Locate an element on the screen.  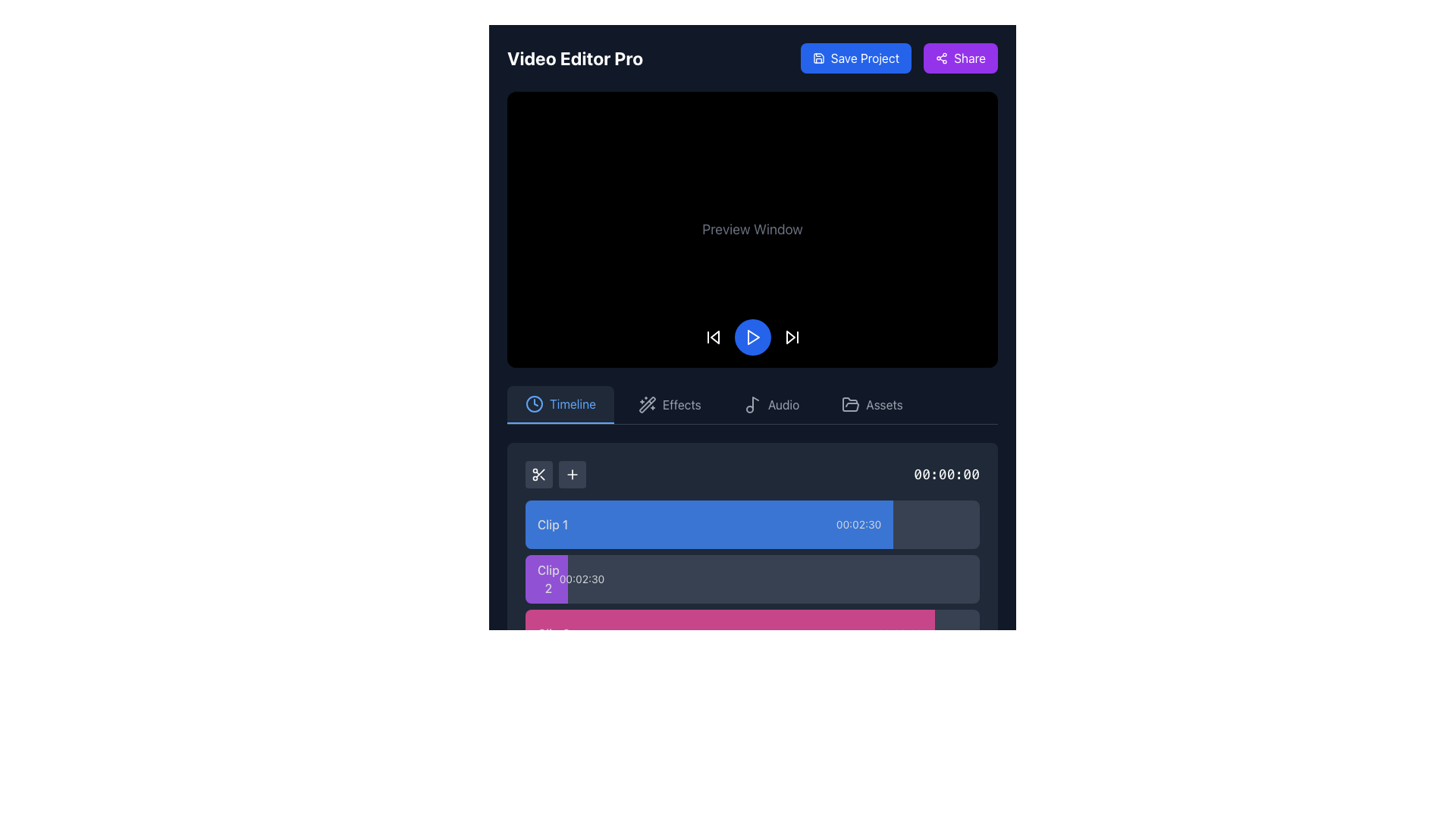
the wand icon with sparkles located in the toolbar beneath the preview window is located at coordinates (648, 403).